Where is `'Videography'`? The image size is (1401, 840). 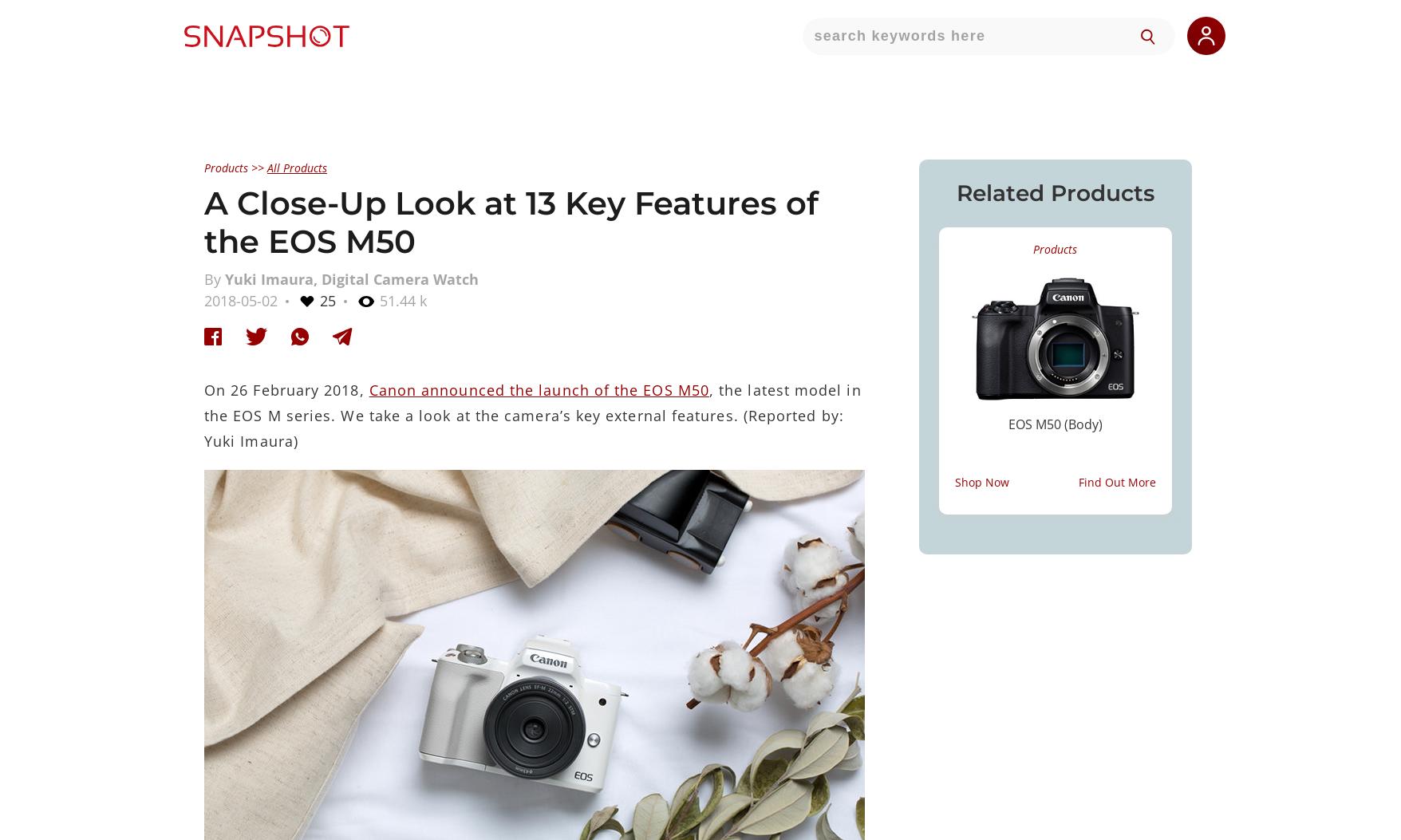 'Videography' is located at coordinates (661, 330).